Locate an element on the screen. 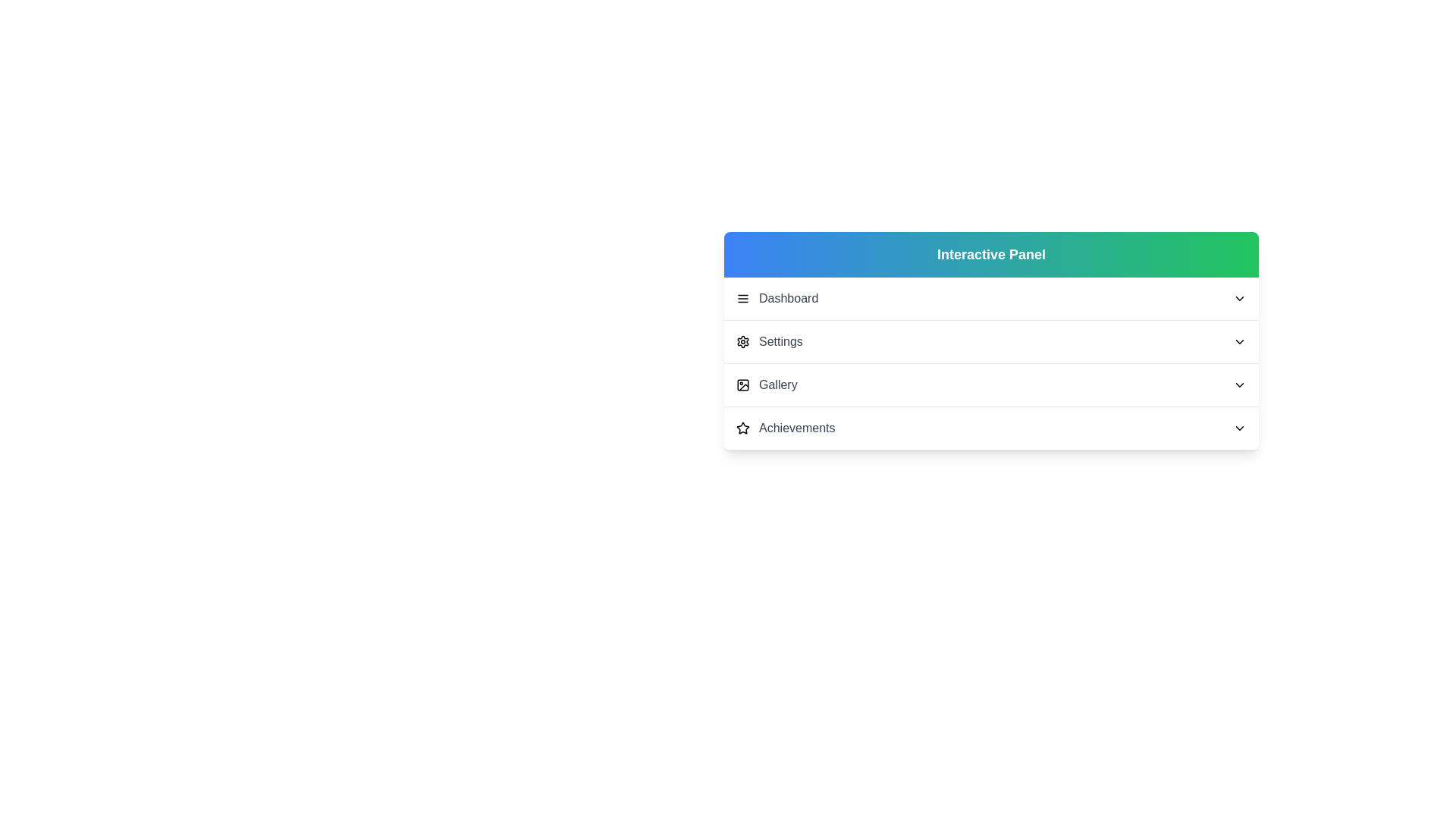 The image size is (1456, 819). the downward-pointing chevron icon located to the right of the 'Settings' label is located at coordinates (1240, 342).